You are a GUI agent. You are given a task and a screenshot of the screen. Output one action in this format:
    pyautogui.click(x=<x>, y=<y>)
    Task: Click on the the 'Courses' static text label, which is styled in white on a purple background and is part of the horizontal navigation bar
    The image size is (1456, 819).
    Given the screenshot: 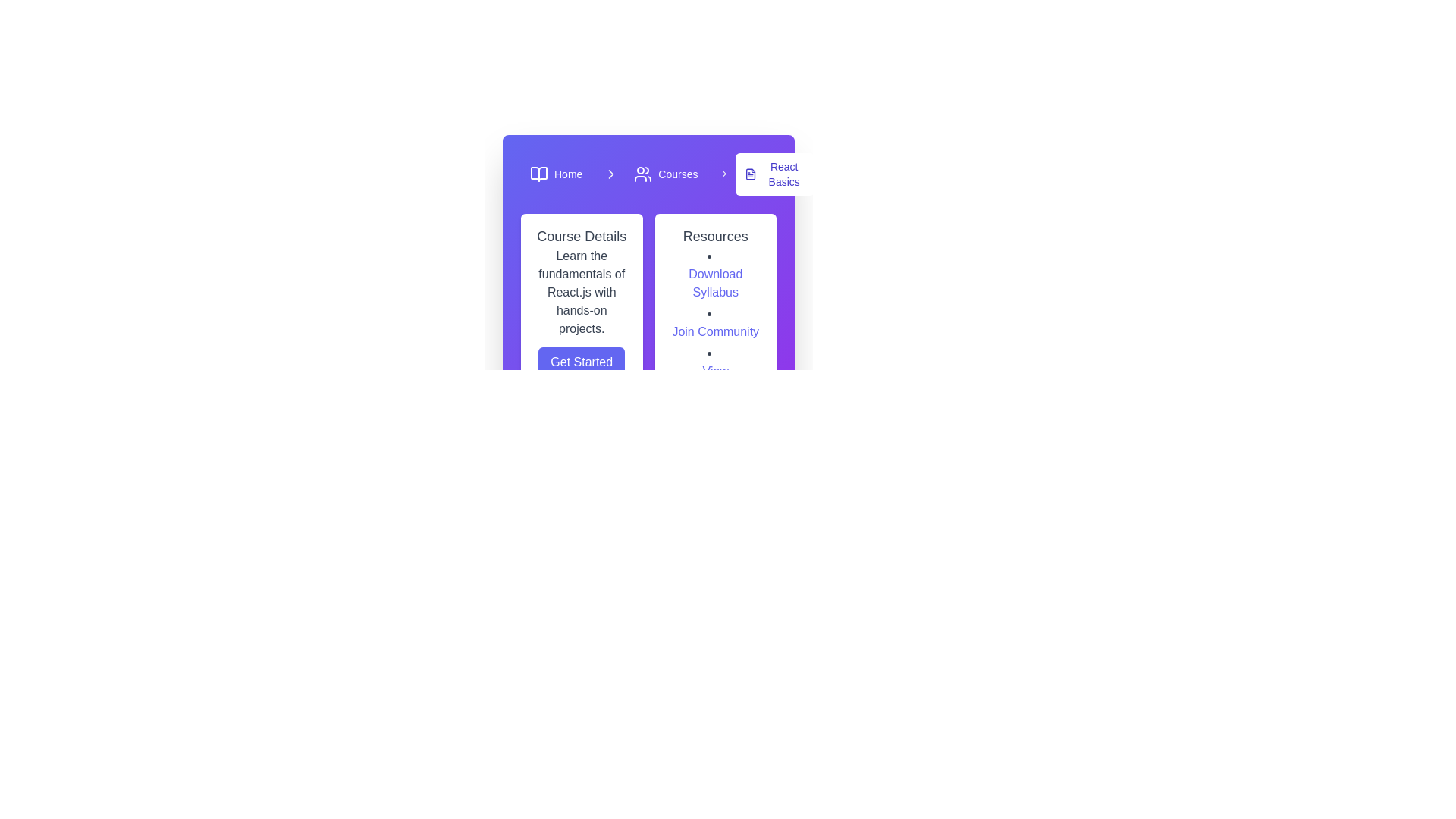 What is the action you would take?
    pyautogui.click(x=677, y=174)
    